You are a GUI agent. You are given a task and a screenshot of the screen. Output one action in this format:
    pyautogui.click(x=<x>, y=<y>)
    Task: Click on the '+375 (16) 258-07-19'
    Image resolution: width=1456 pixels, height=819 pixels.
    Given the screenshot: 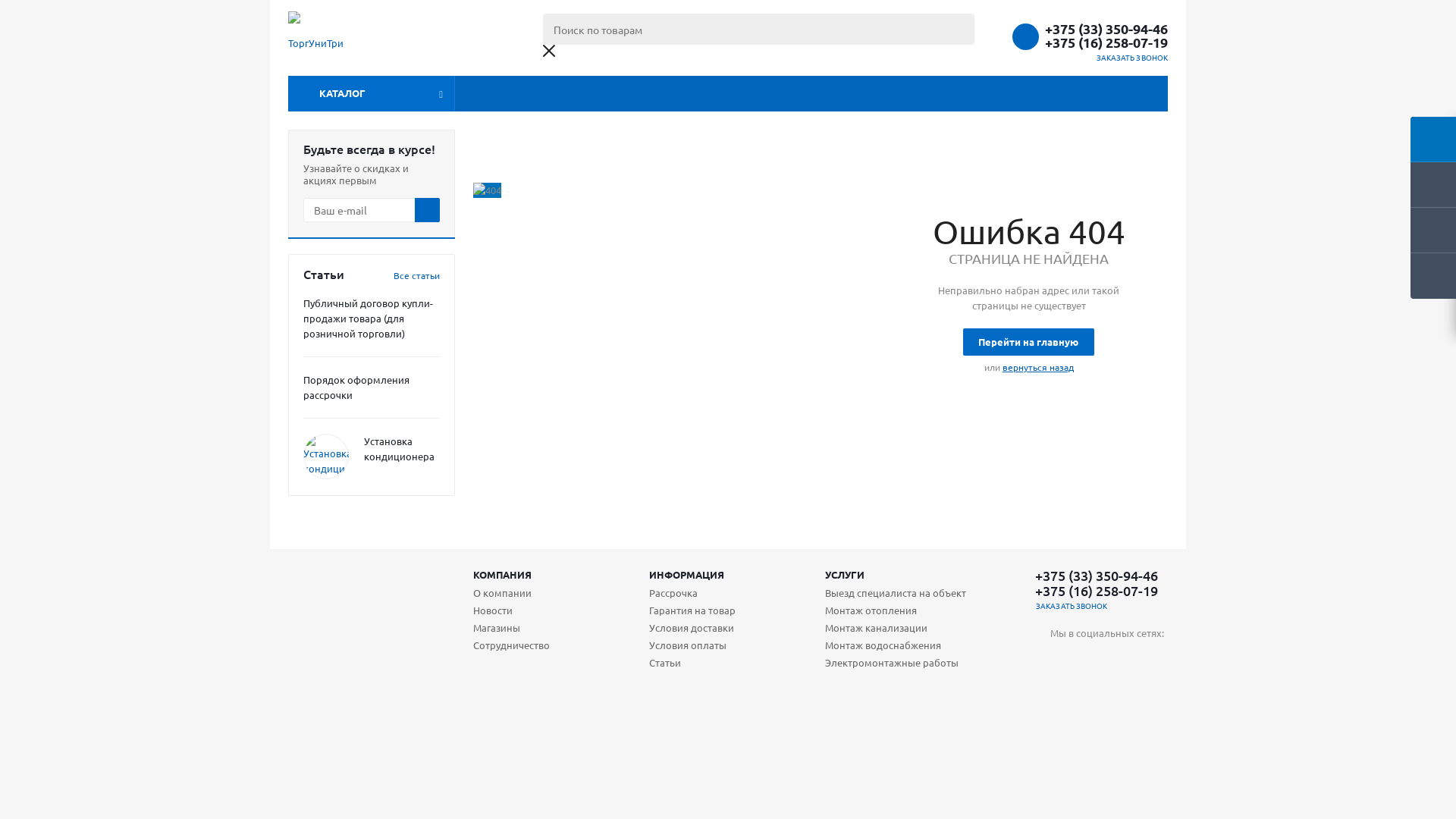 What is the action you would take?
    pyautogui.click(x=1096, y=590)
    